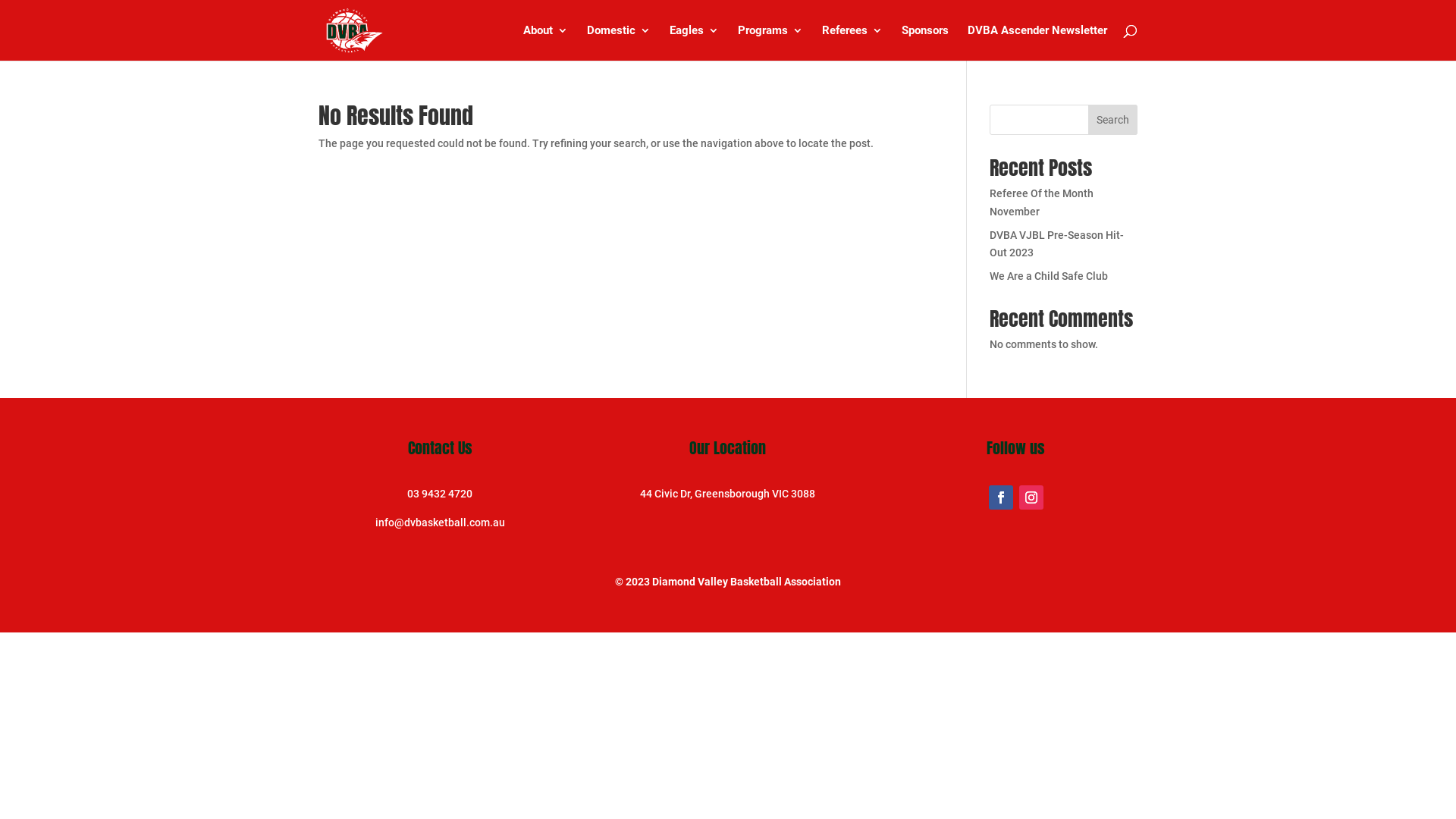 The image size is (1456, 819). What do you see at coordinates (1112, 119) in the screenshot?
I see `'Search'` at bounding box center [1112, 119].